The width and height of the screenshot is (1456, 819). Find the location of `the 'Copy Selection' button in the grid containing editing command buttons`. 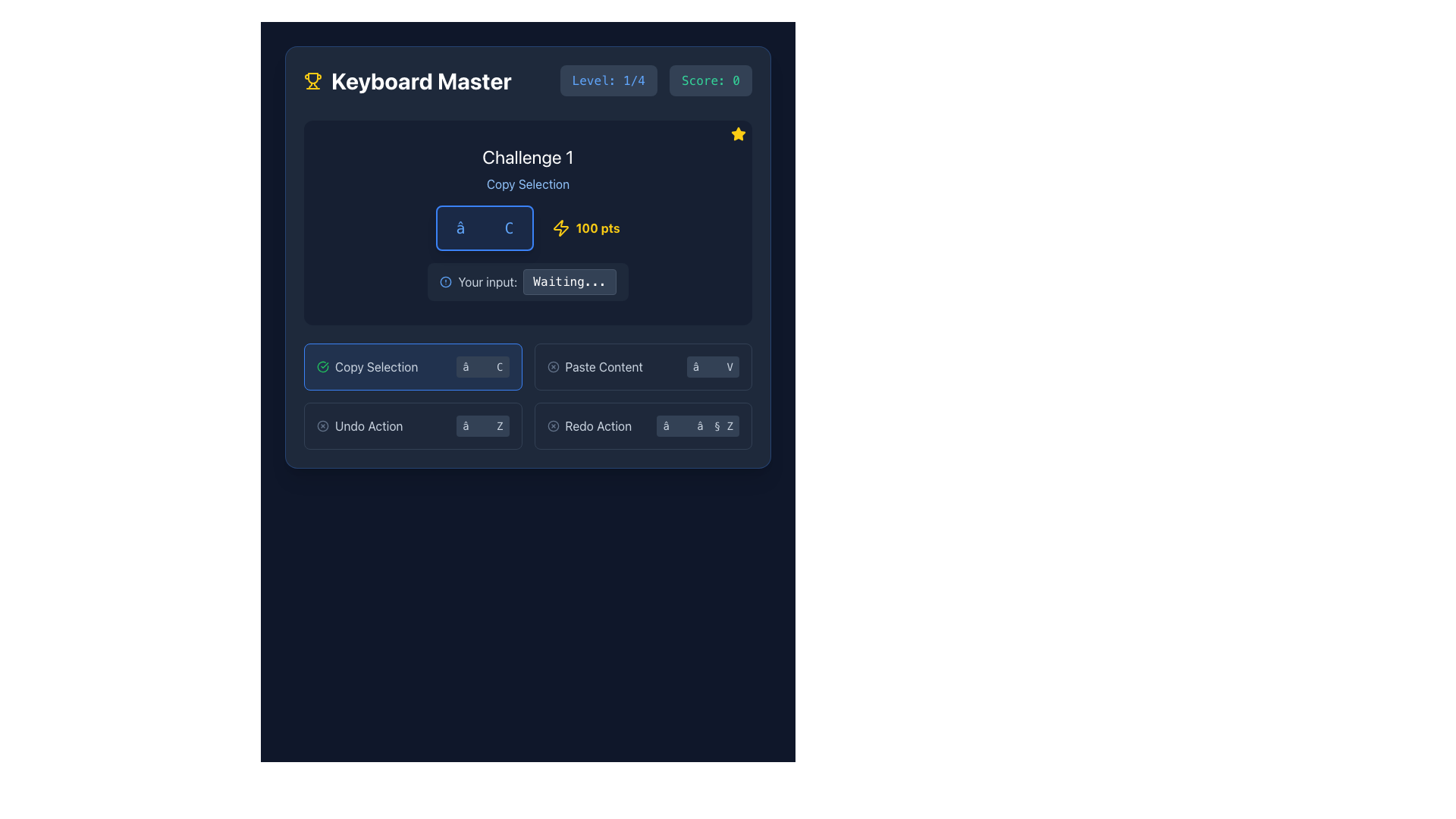

the 'Copy Selection' button in the grid containing editing command buttons is located at coordinates (528, 396).